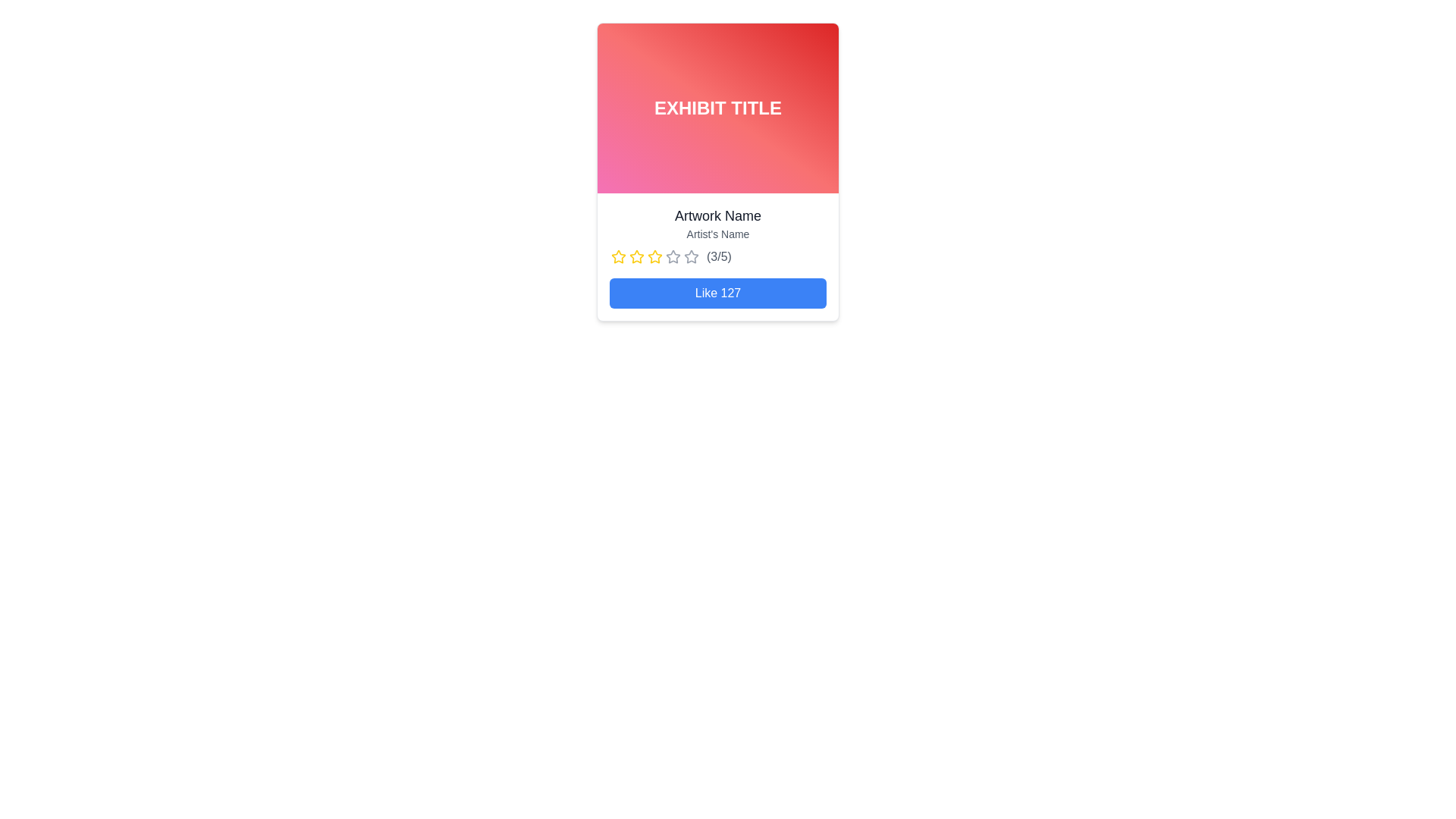 This screenshot has width=1456, height=819. Describe the element at coordinates (619, 256) in the screenshot. I see `the first star icon in the rating system below 'Artwork Name' and 'Artist's Name' to interact with the rating system` at that location.